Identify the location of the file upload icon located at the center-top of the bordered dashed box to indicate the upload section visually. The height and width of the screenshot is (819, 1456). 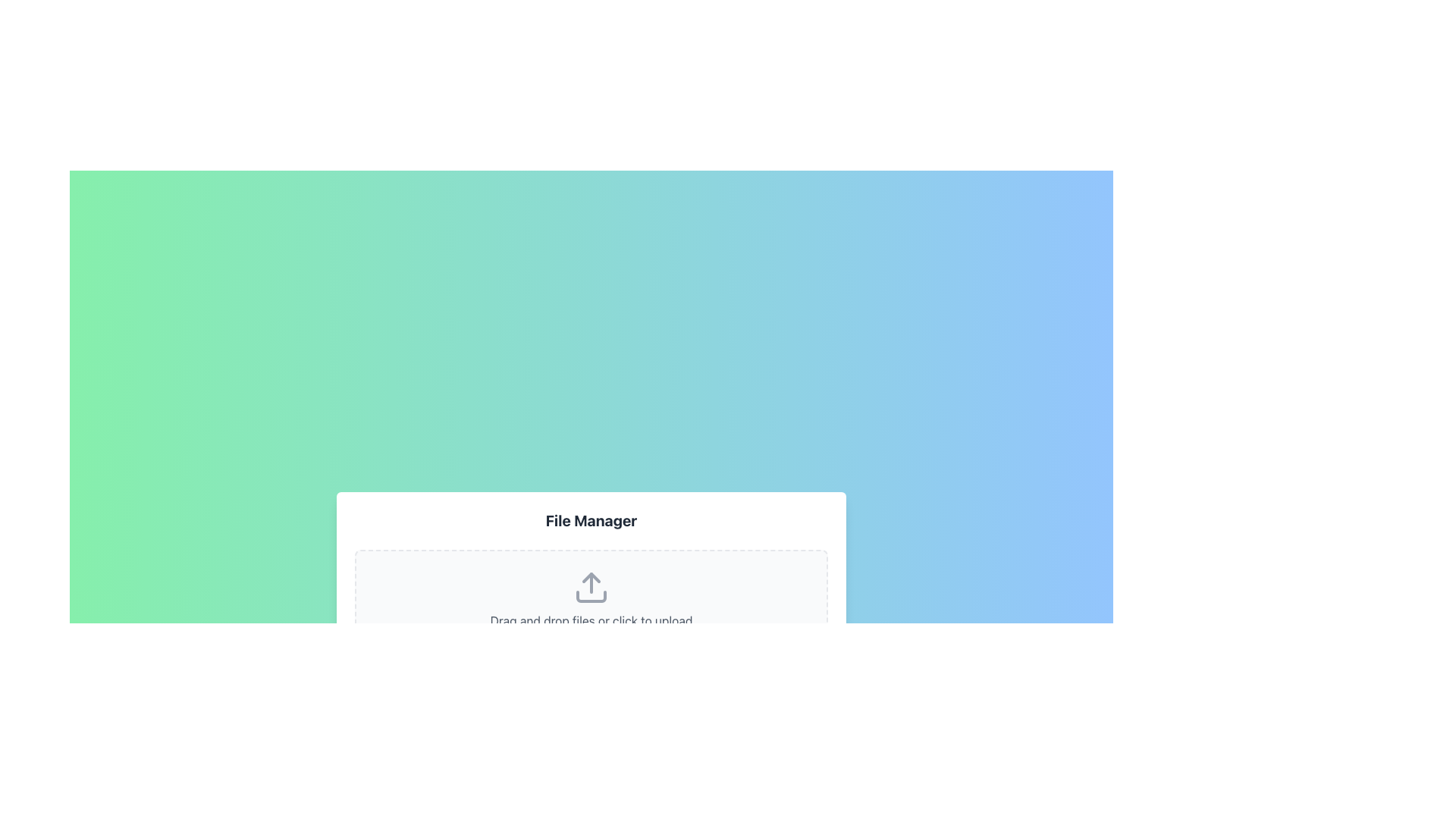
(590, 587).